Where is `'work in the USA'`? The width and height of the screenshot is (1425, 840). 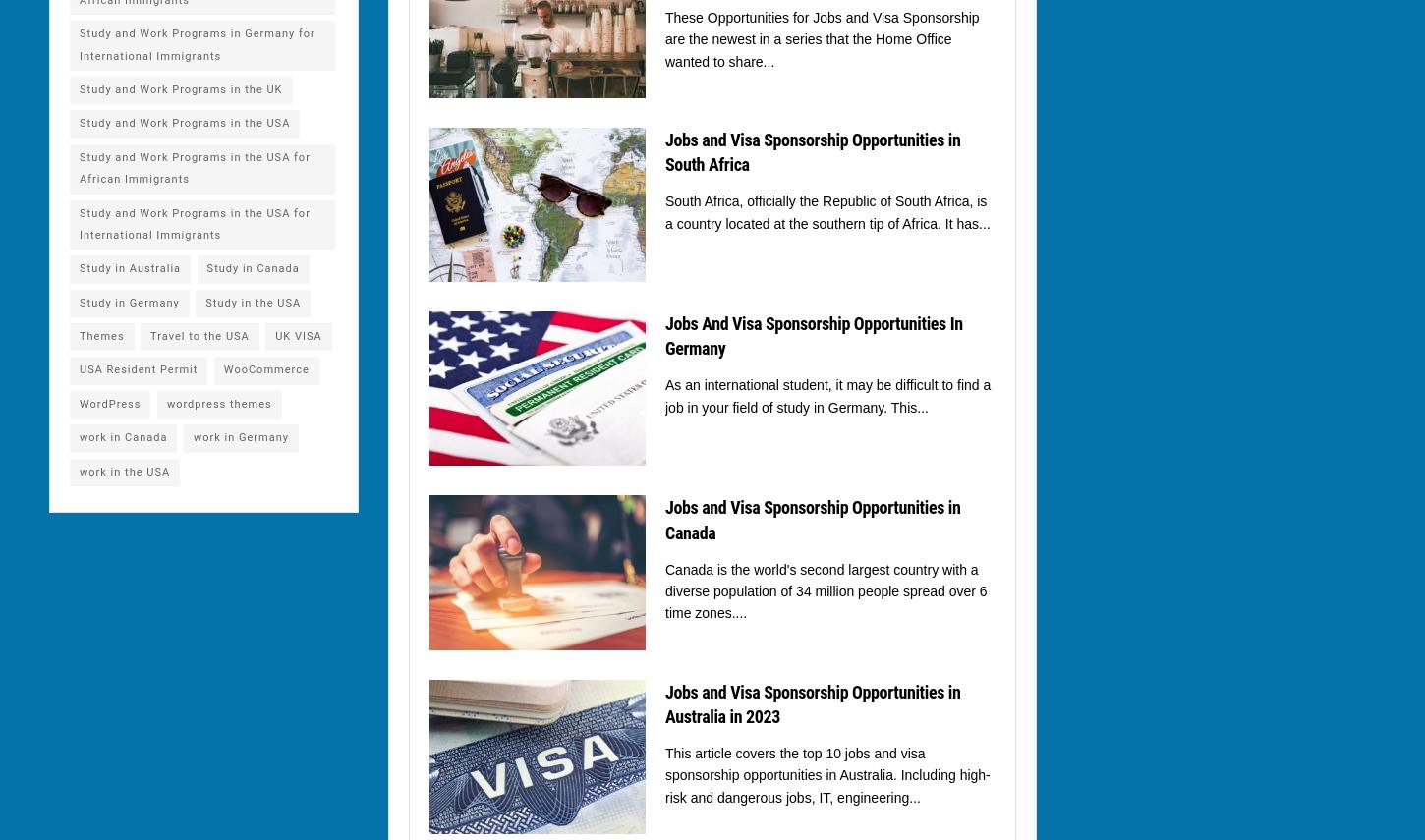
'work in the USA' is located at coordinates (124, 471).